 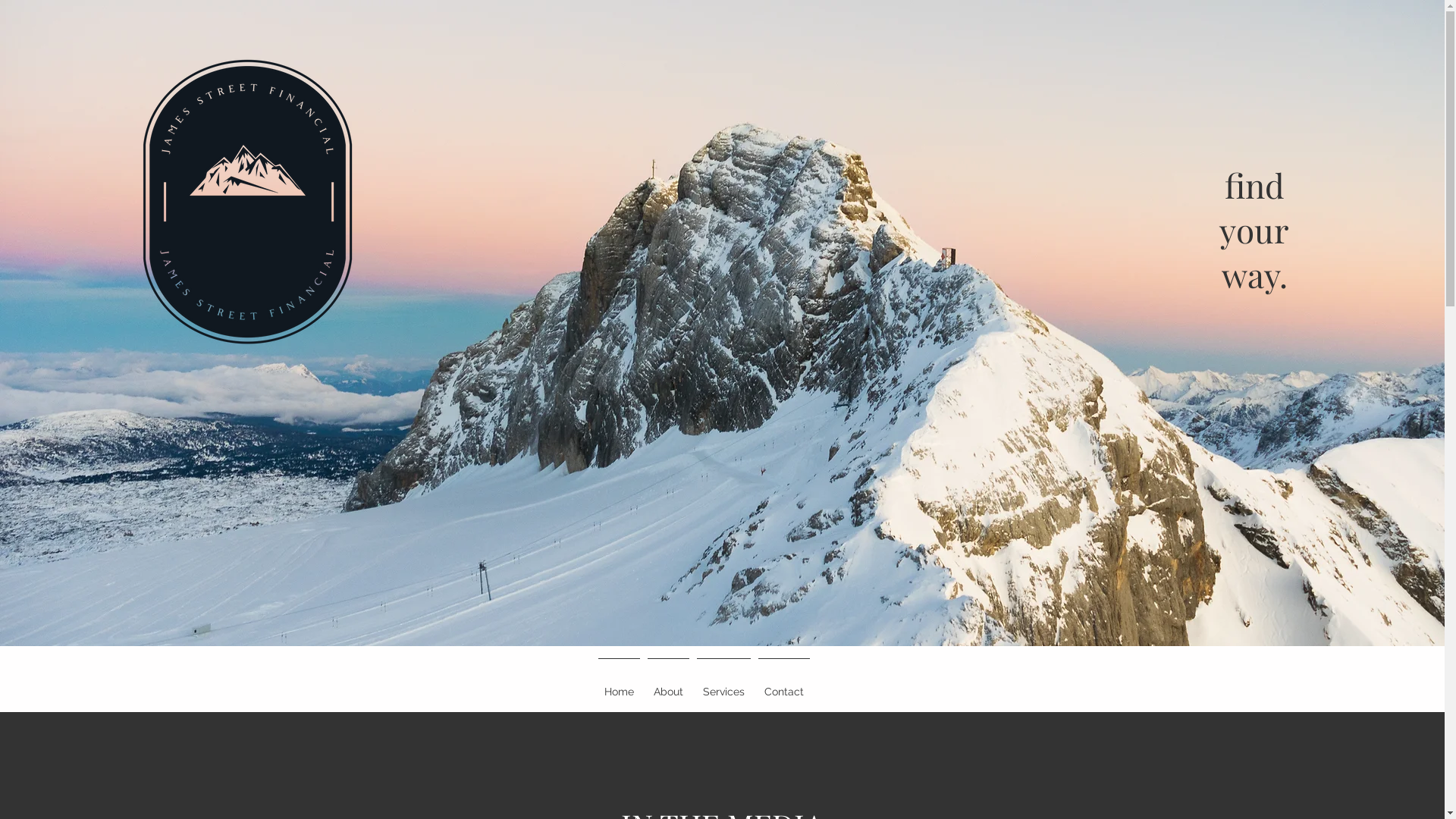 I want to click on 'Services', so click(x=692, y=685).